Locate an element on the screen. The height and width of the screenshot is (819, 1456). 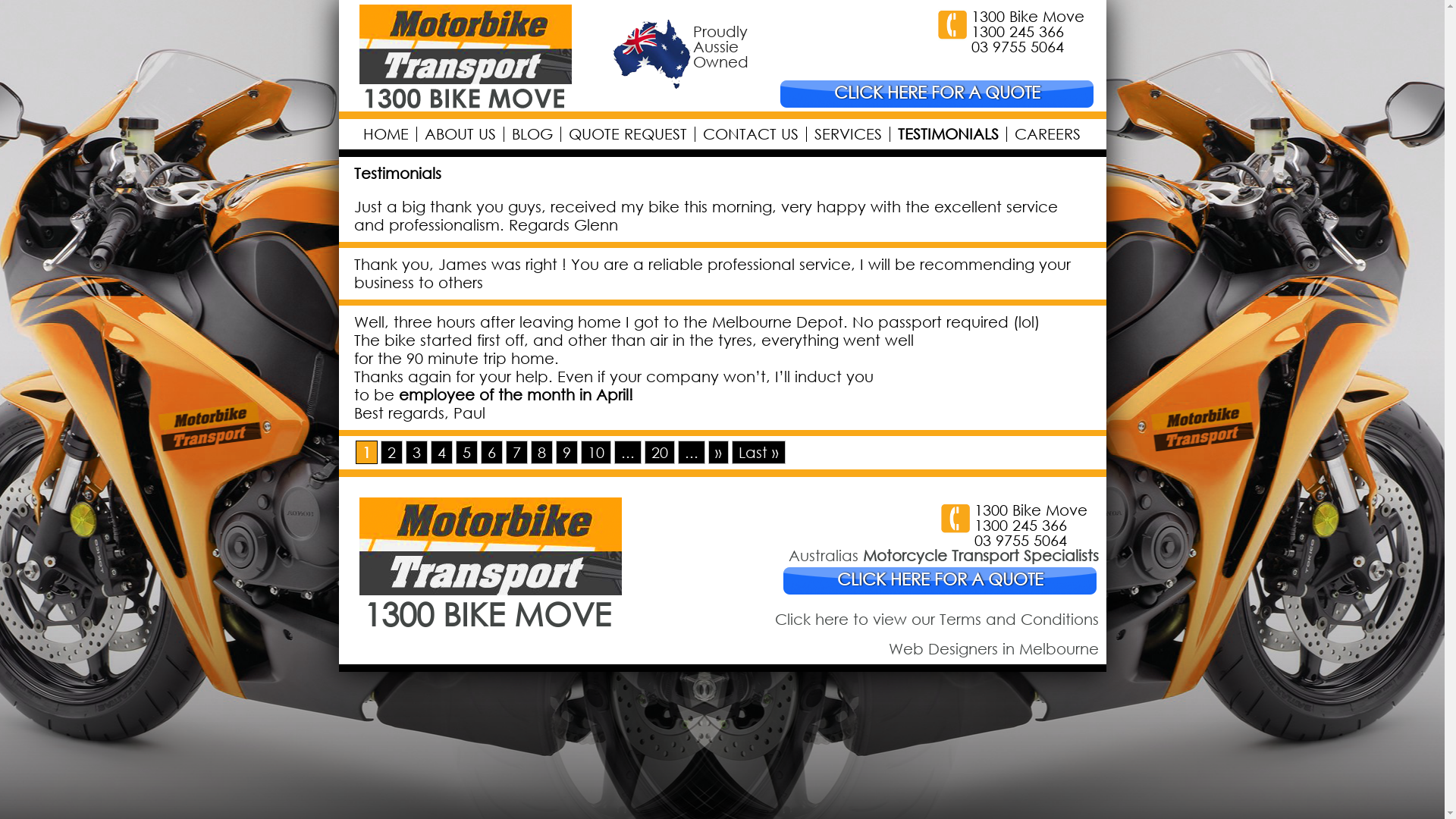
'SERVICES' is located at coordinates (804, 133).